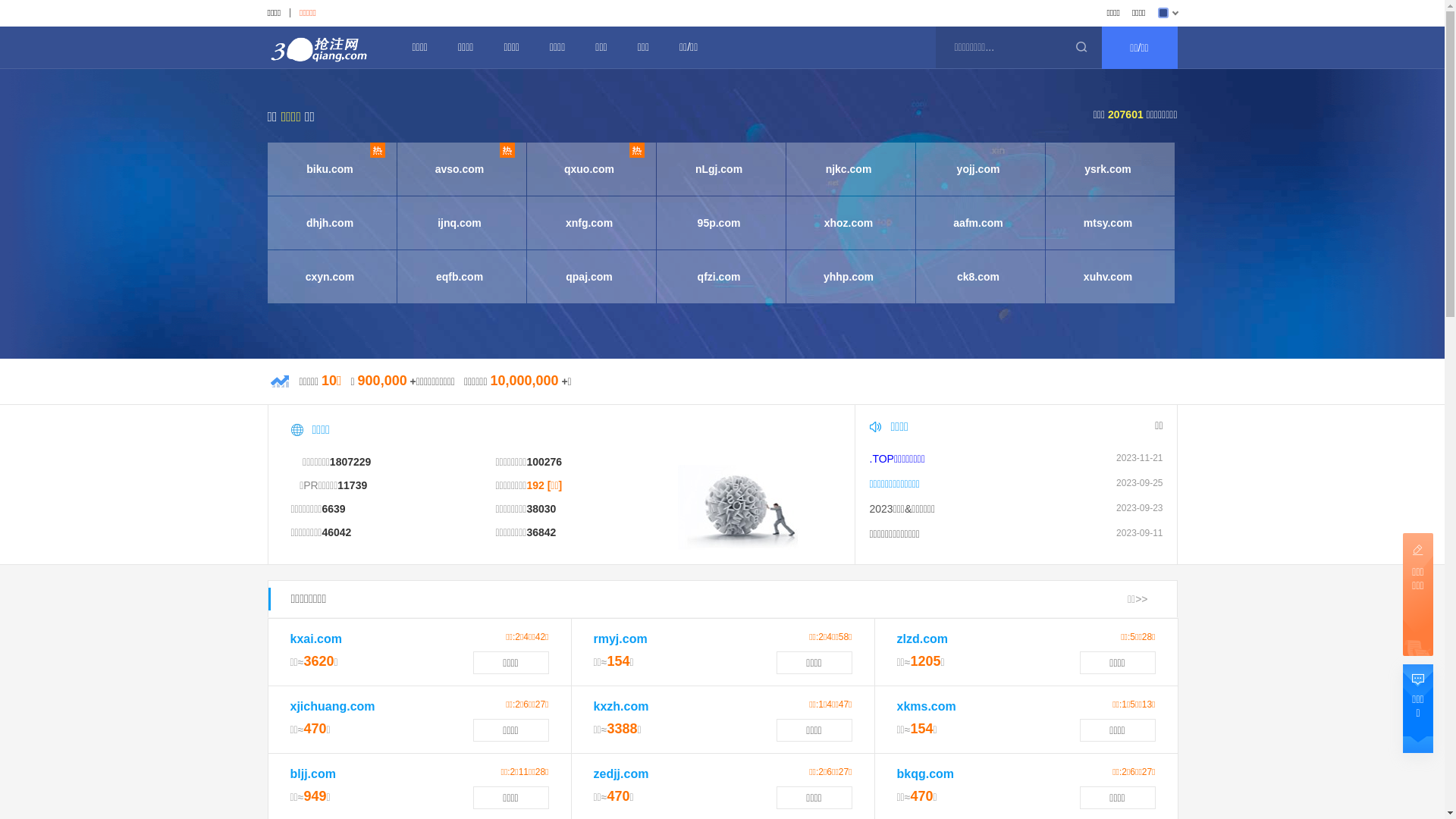  What do you see at coordinates (664, 277) in the screenshot?
I see `'qfzi.com'` at bounding box center [664, 277].